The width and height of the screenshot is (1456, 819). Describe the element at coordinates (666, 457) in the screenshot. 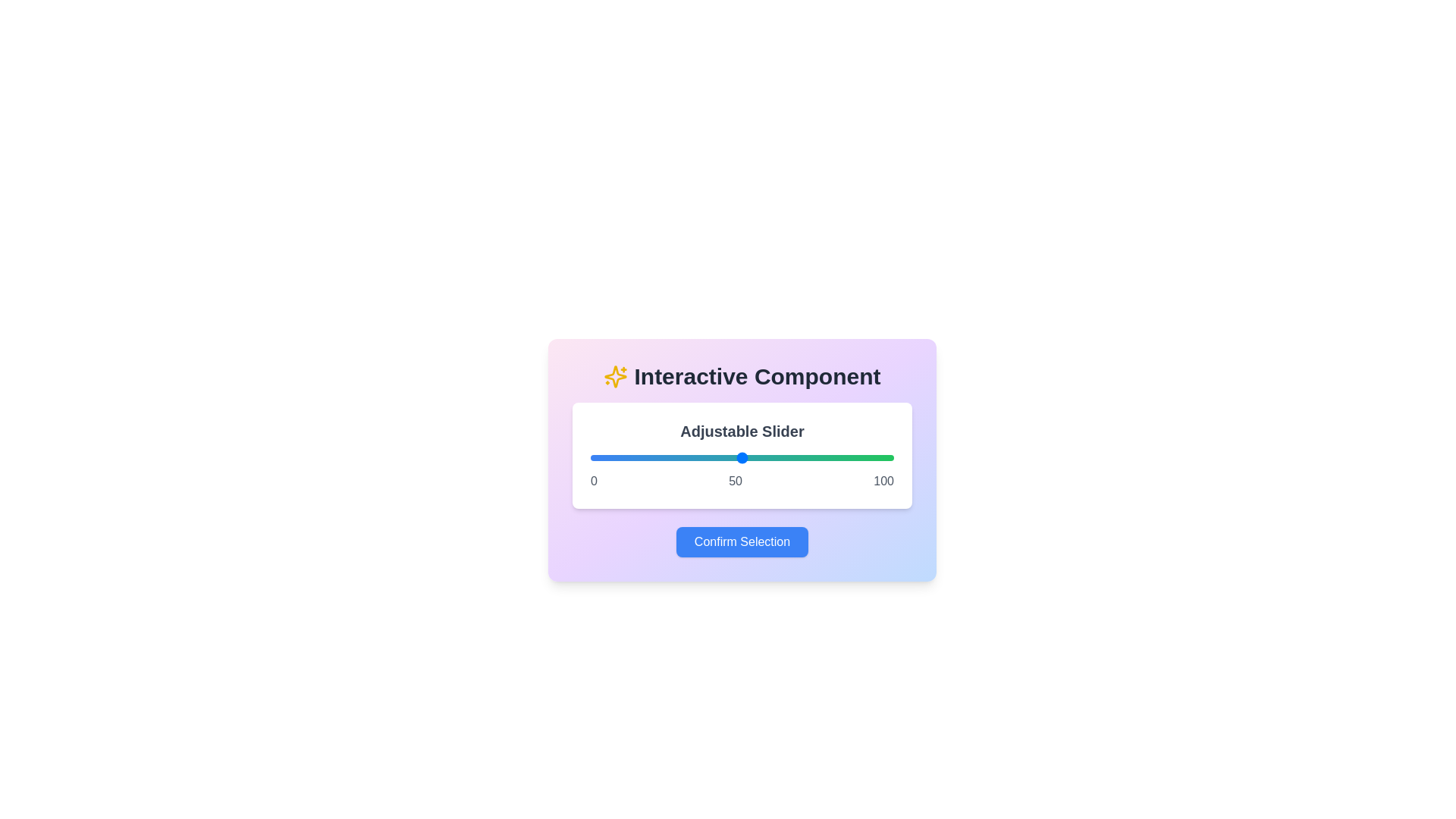

I see `the slider to set its value to 25` at that location.